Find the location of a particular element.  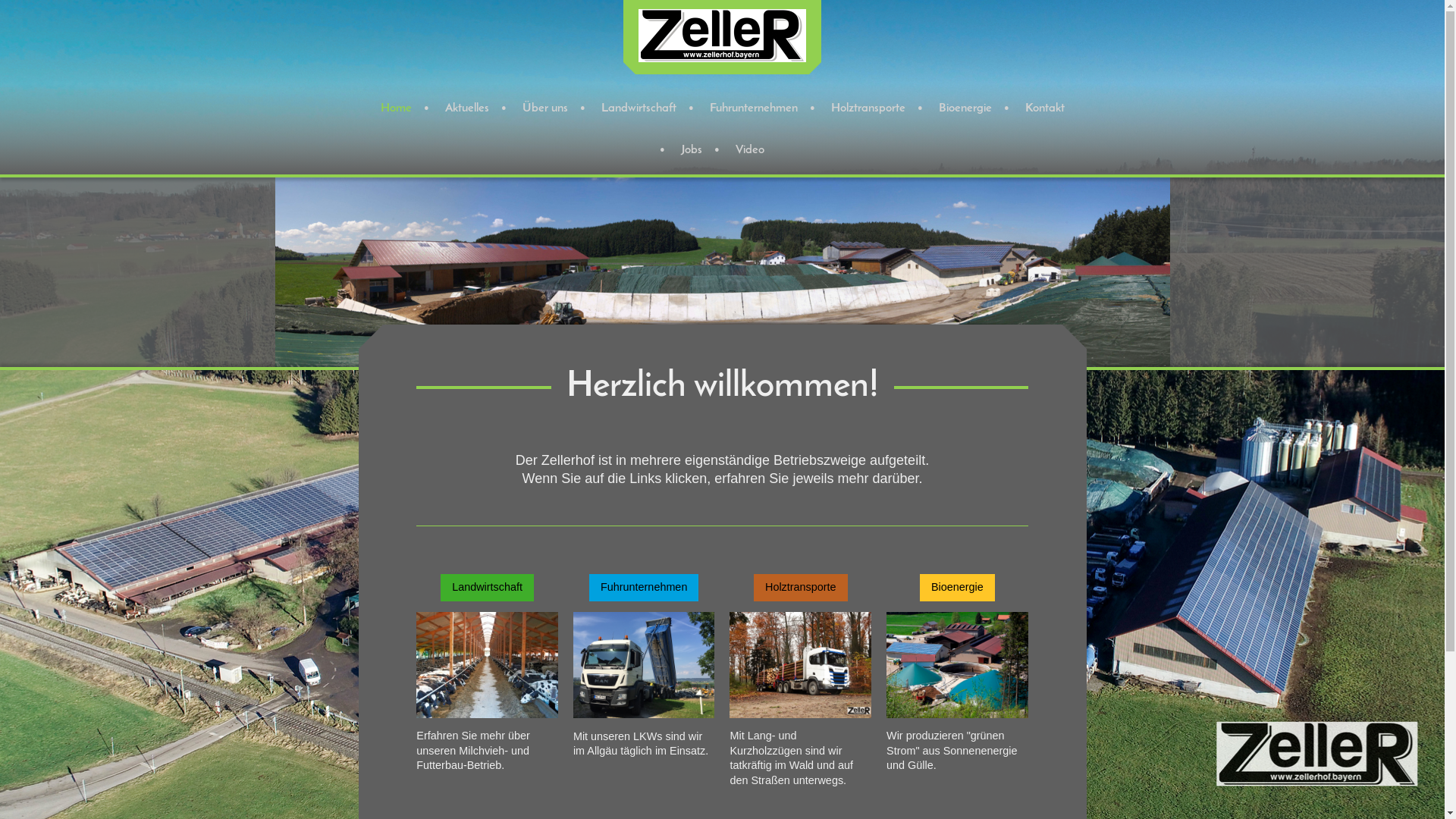

'Home' is located at coordinates (396, 108).